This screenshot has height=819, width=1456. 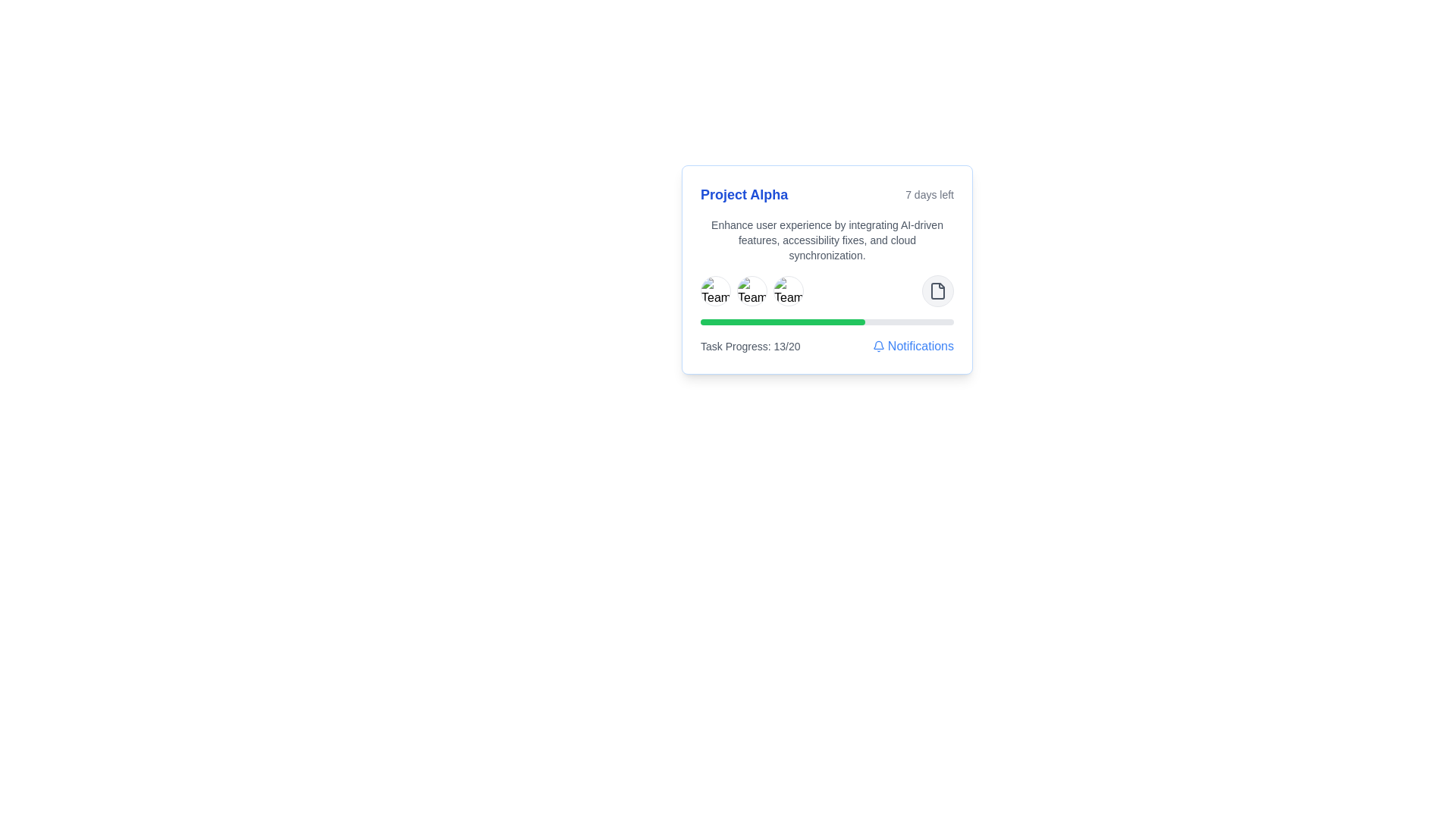 What do you see at coordinates (826, 321) in the screenshot?
I see `the horizontal progress bar with a light gray background and green overlay indicating progress, located above the text 'Task Progress: 13/20' within a card layout` at bounding box center [826, 321].